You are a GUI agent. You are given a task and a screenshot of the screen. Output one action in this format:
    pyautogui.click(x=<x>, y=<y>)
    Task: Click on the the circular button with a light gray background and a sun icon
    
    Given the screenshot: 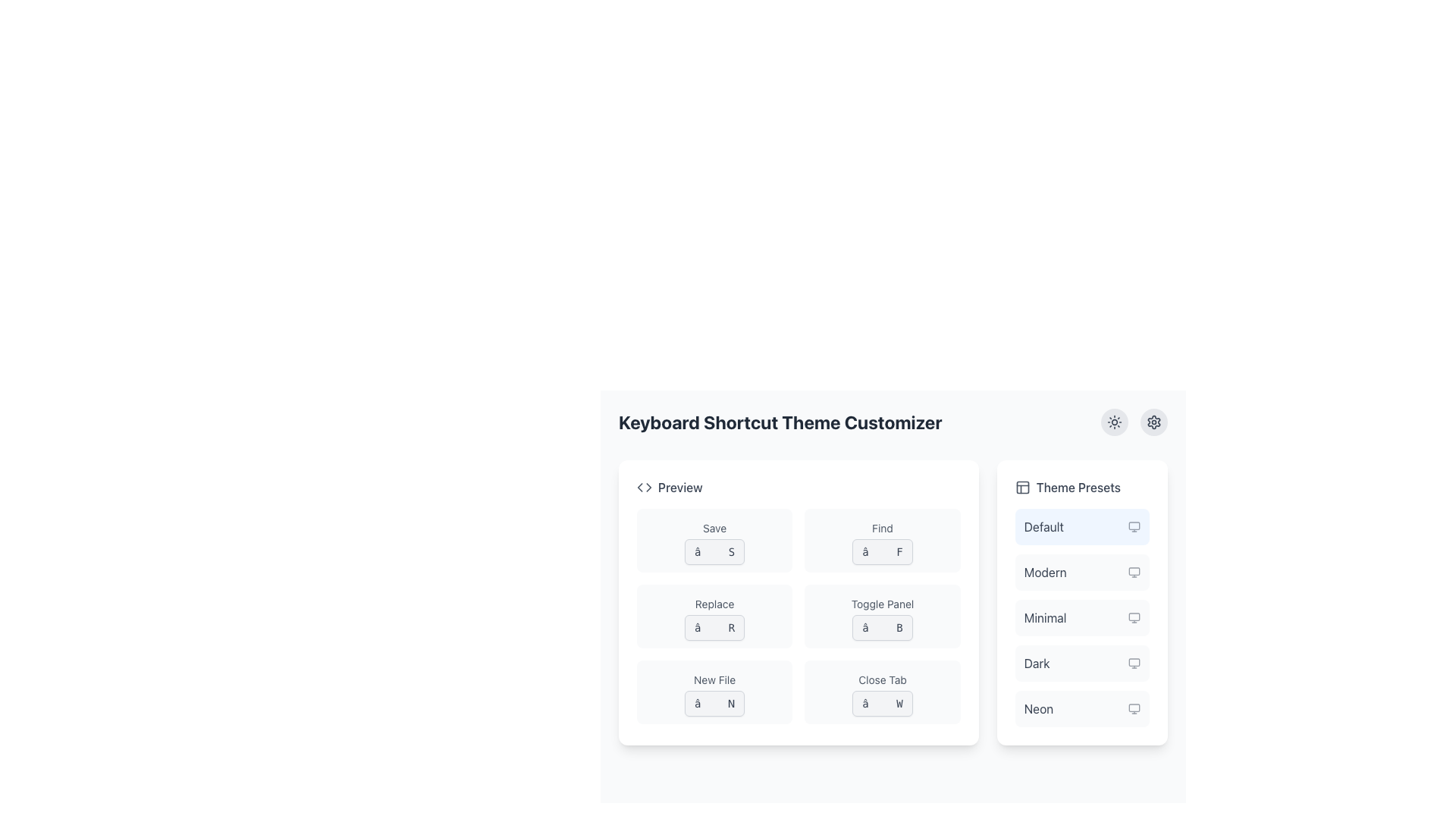 What is the action you would take?
    pyautogui.click(x=1114, y=422)
    